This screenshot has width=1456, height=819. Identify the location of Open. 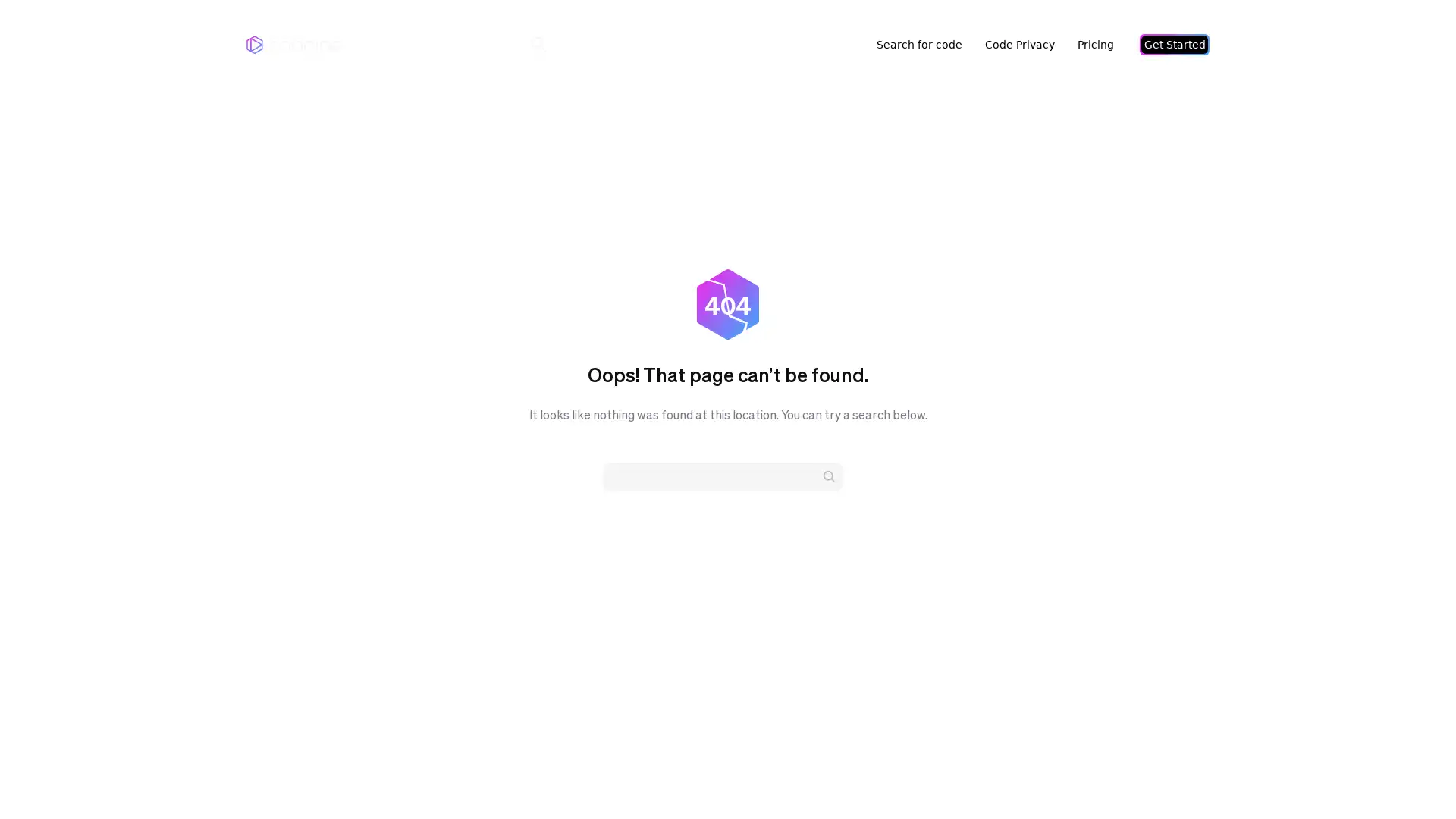
(1410, 778).